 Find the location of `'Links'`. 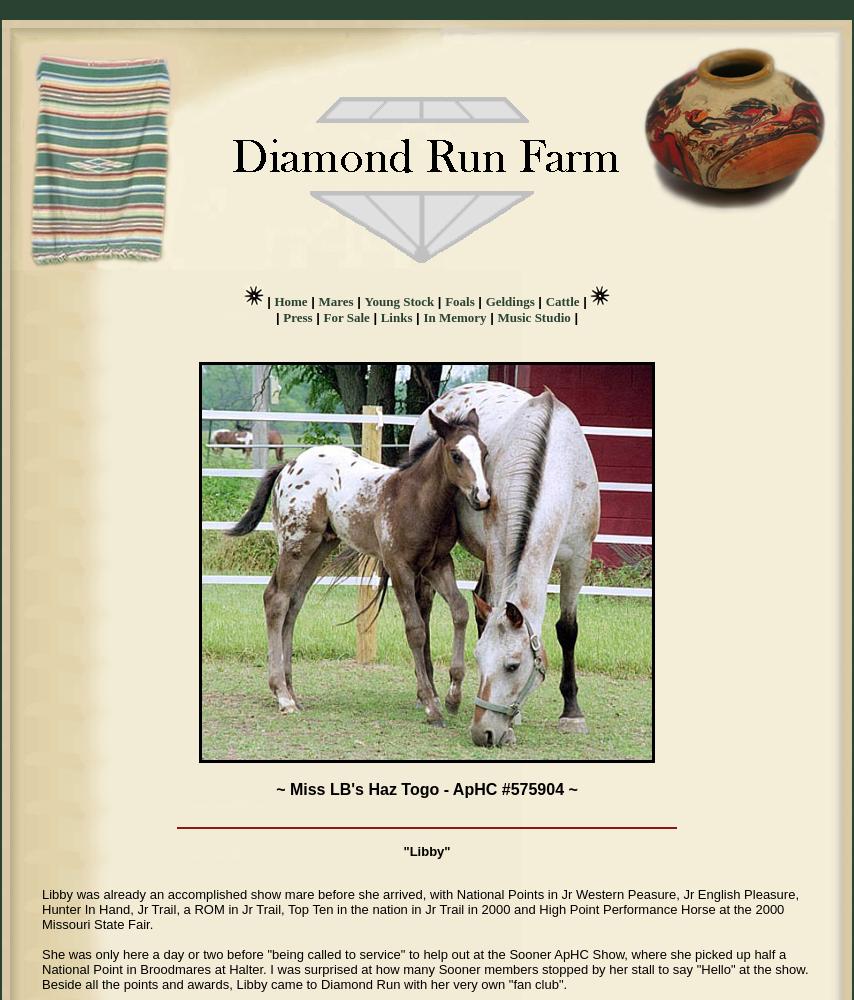

'Links' is located at coordinates (379, 316).